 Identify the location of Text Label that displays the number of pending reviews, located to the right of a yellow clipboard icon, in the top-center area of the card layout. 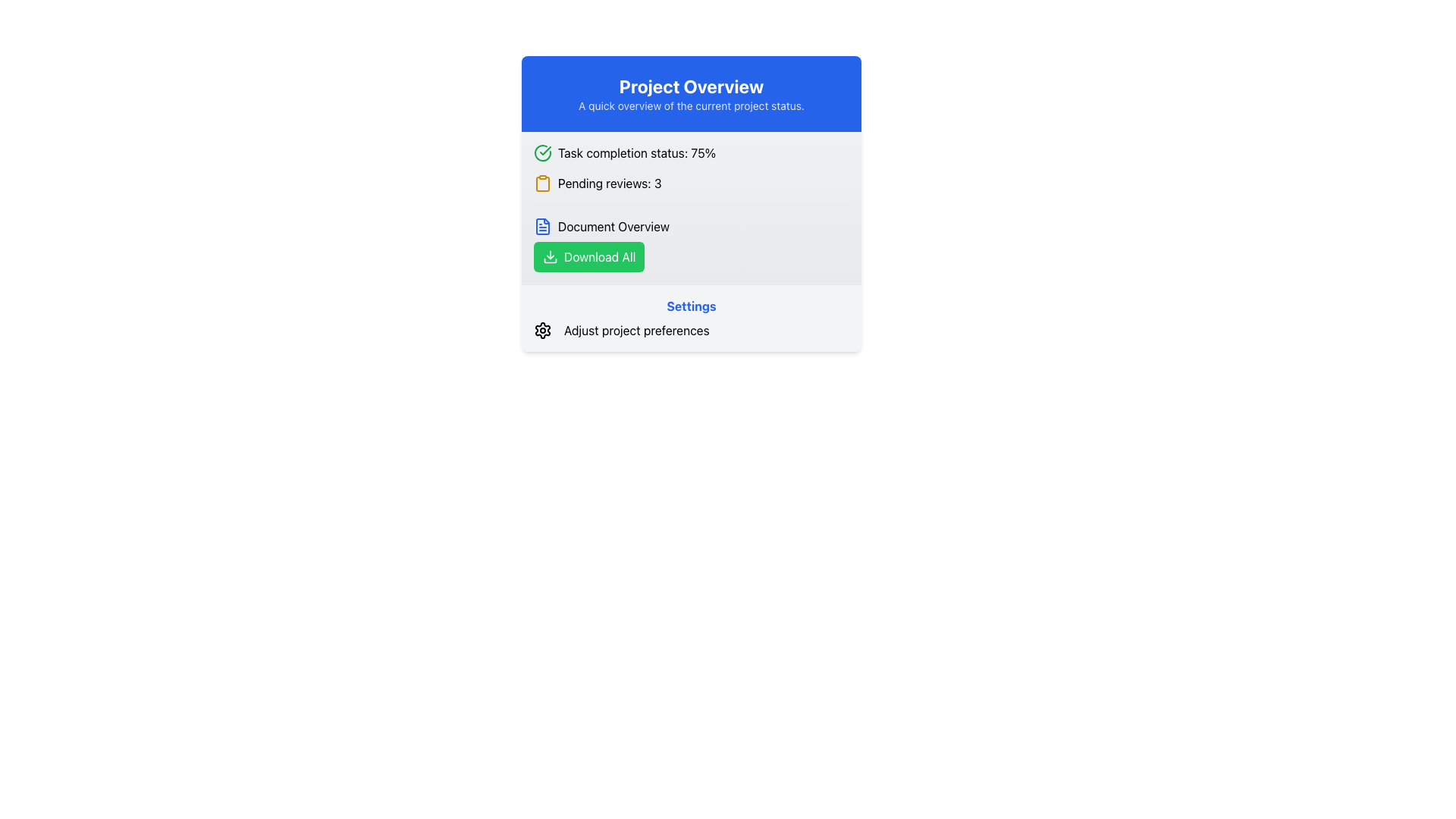
(610, 183).